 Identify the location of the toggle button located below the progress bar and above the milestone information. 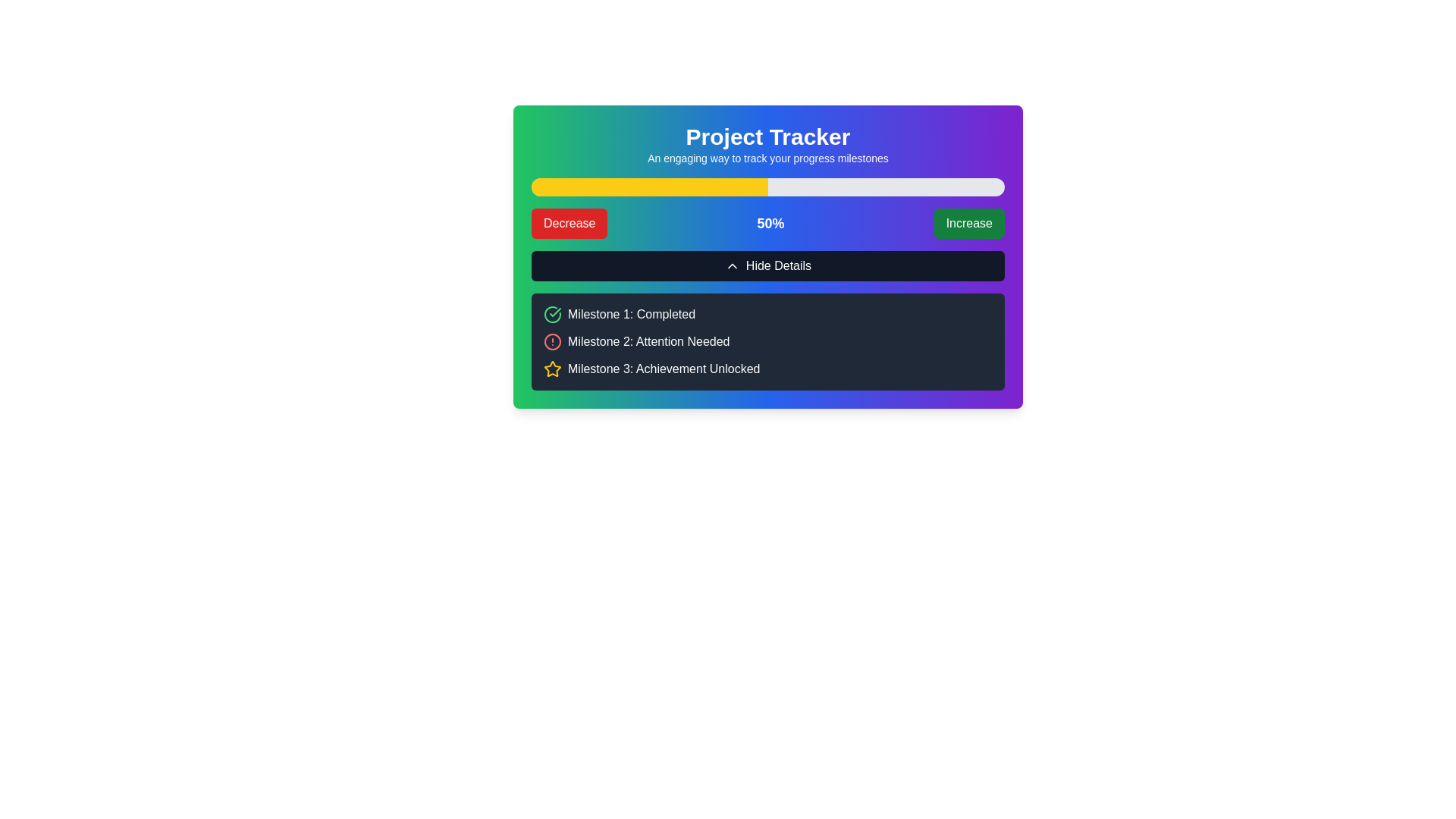
(767, 265).